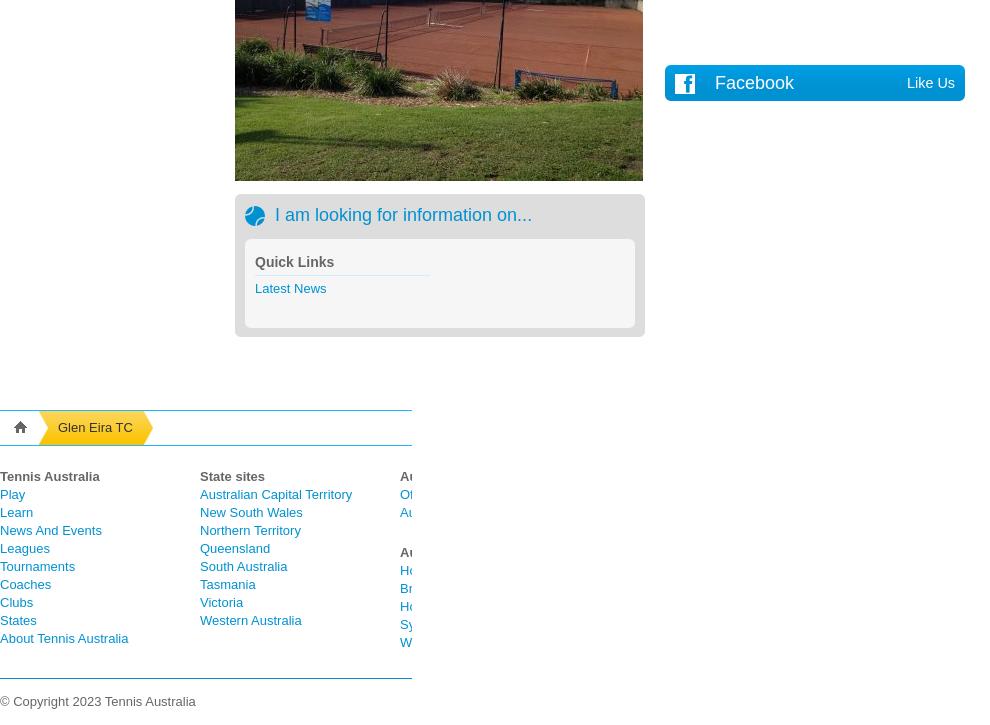 The height and width of the screenshot is (725, 990). Describe the element at coordinates (294, 262) in the screenshot. I see `'Quick Links'` at that location.